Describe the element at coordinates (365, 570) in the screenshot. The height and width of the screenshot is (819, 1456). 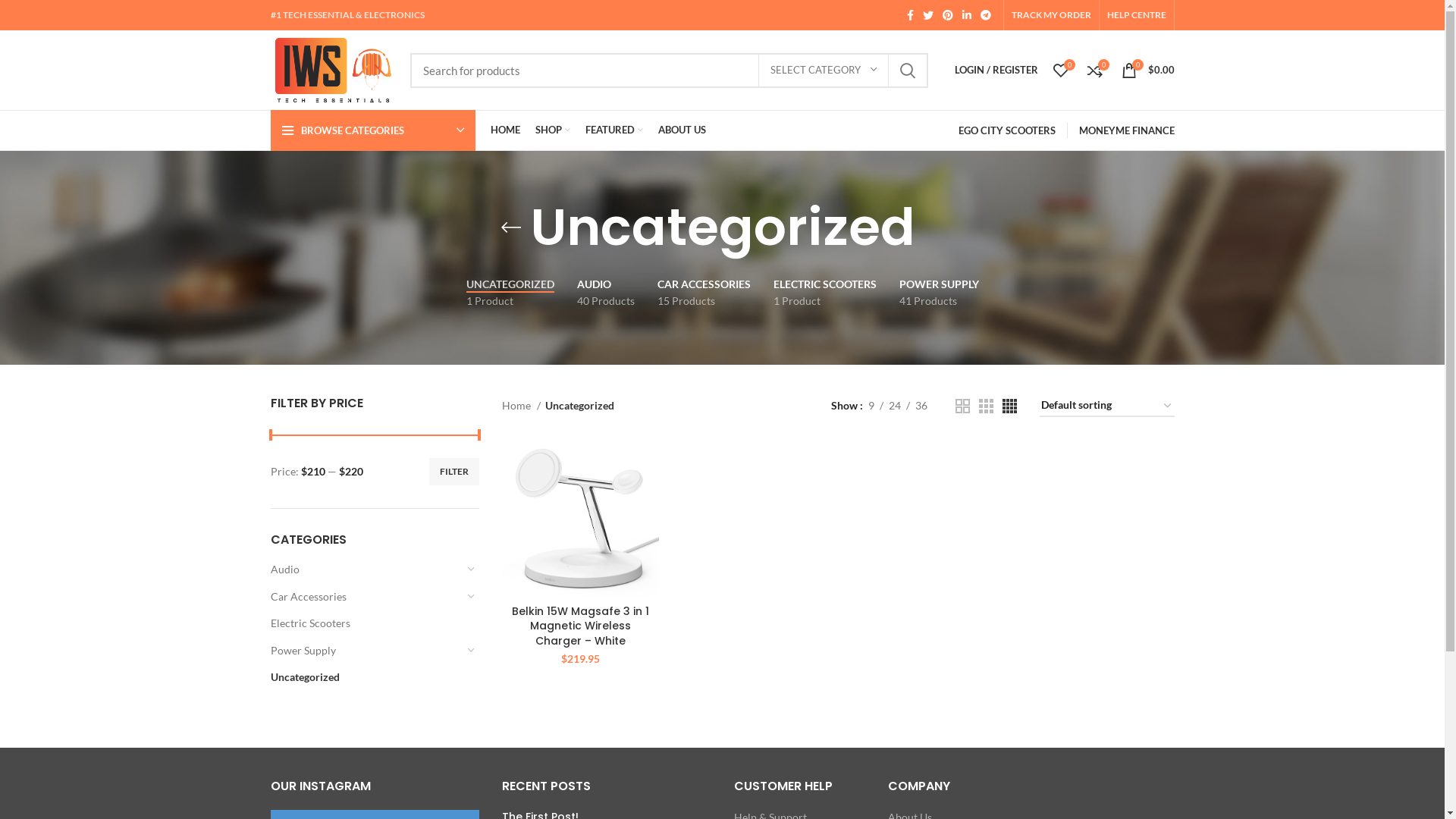
I see `'Audio'` at that location.